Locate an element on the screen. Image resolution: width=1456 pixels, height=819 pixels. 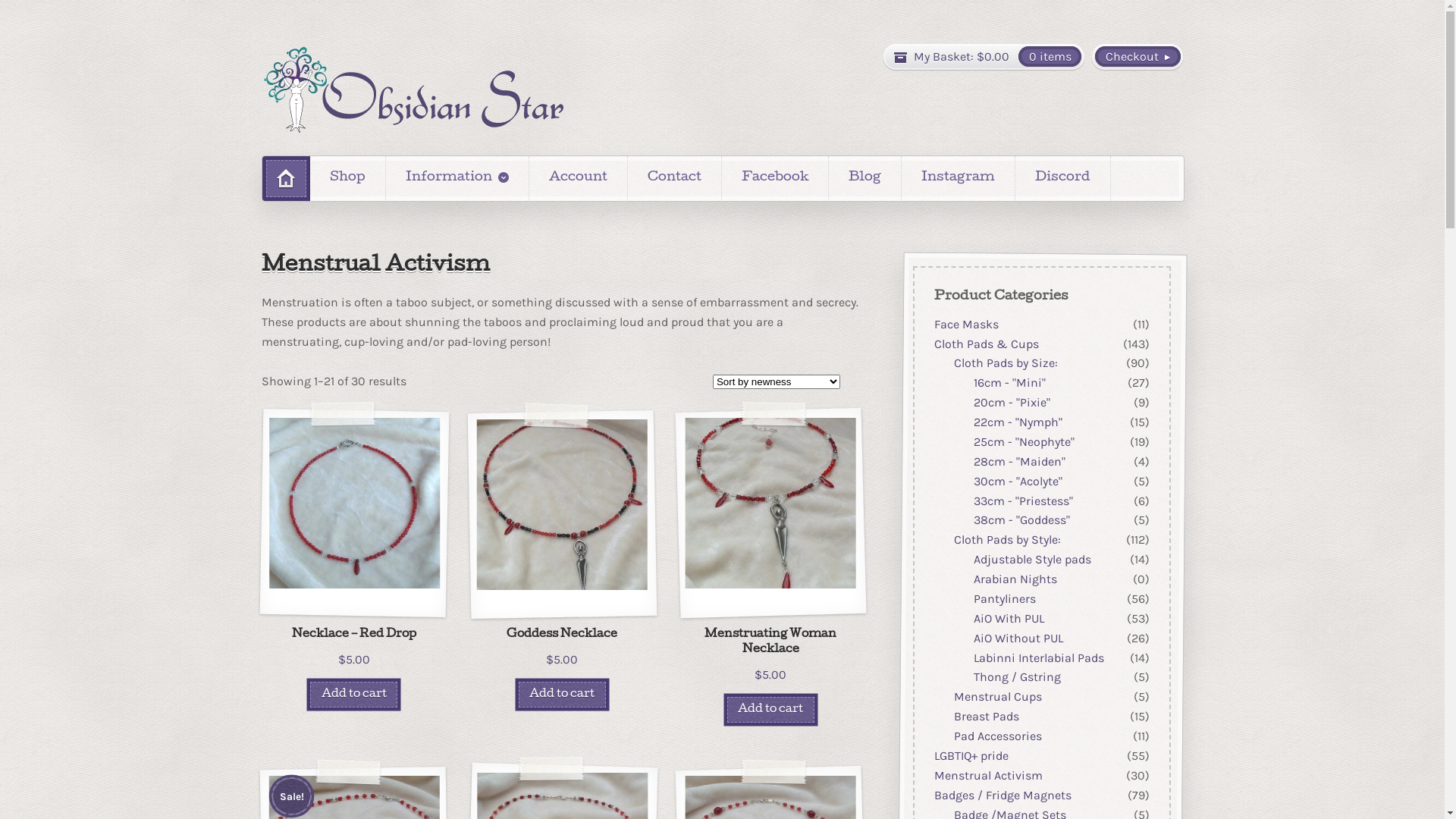
'Instagram' is located at coordinates (957, 177).